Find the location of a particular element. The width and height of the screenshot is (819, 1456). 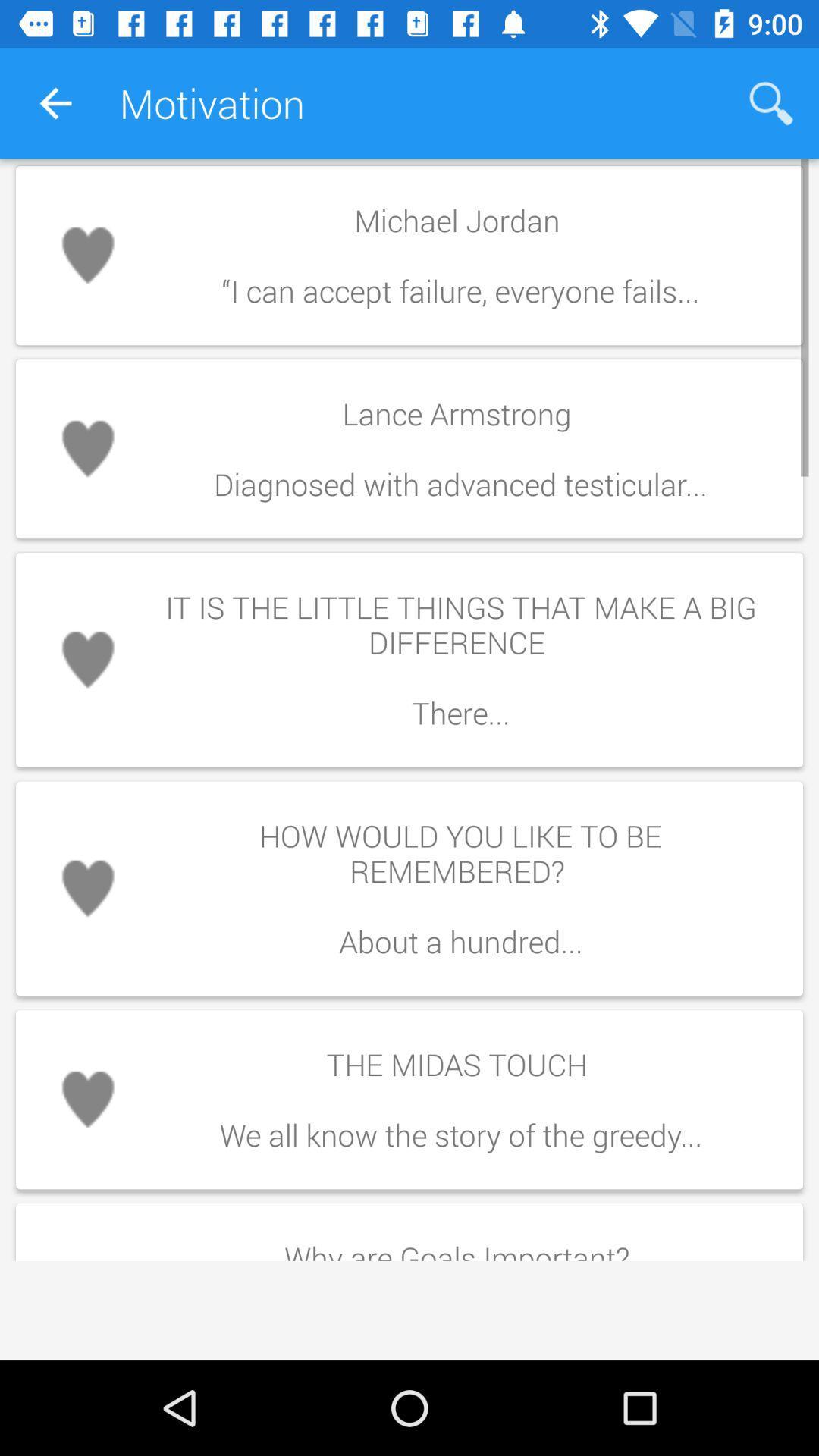

the app next to motivation icon is located at coordinates (55, 102).